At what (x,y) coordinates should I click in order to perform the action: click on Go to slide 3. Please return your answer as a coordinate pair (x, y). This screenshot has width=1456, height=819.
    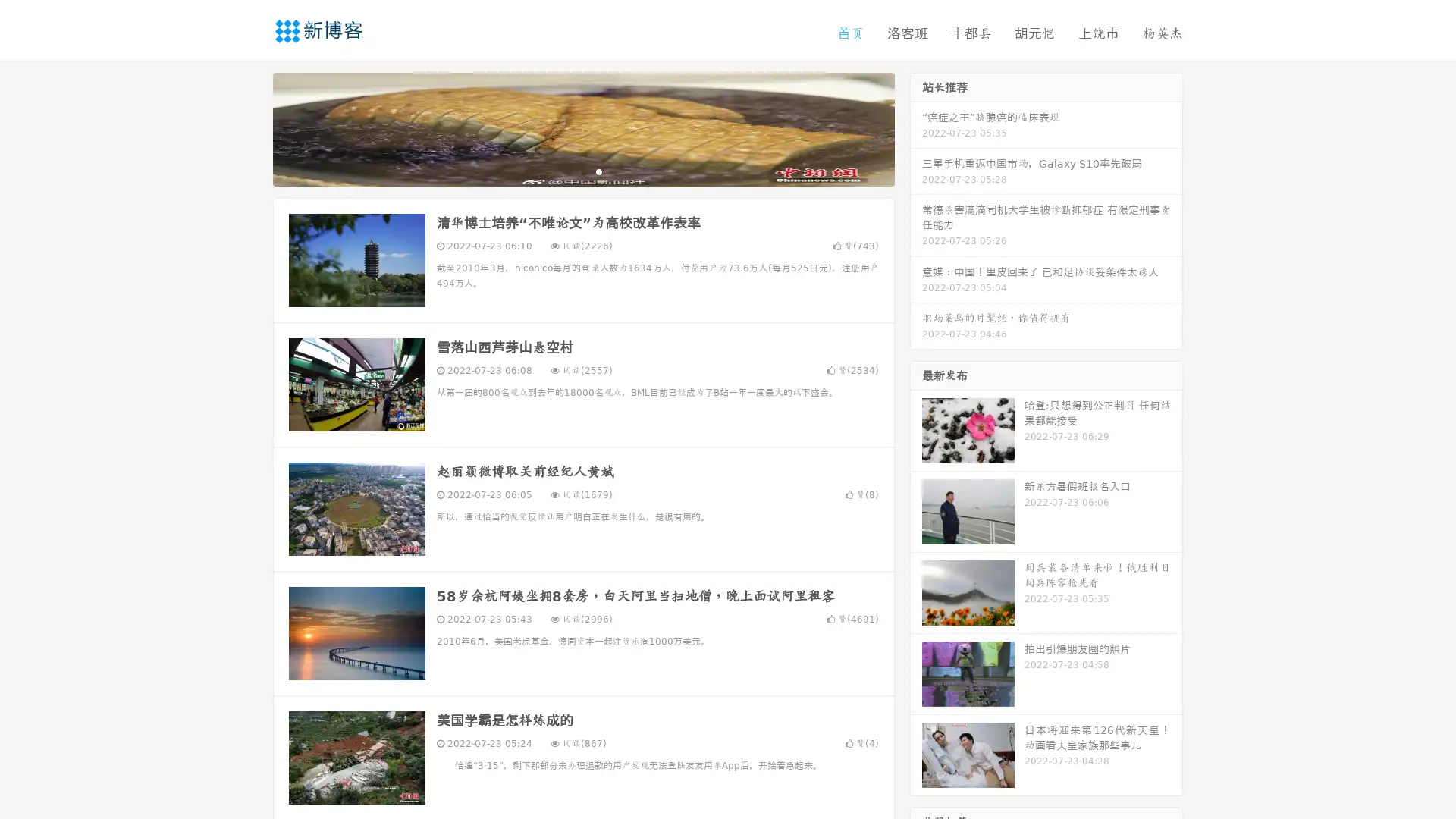
    Looking at the image, I should click on (598, 171).